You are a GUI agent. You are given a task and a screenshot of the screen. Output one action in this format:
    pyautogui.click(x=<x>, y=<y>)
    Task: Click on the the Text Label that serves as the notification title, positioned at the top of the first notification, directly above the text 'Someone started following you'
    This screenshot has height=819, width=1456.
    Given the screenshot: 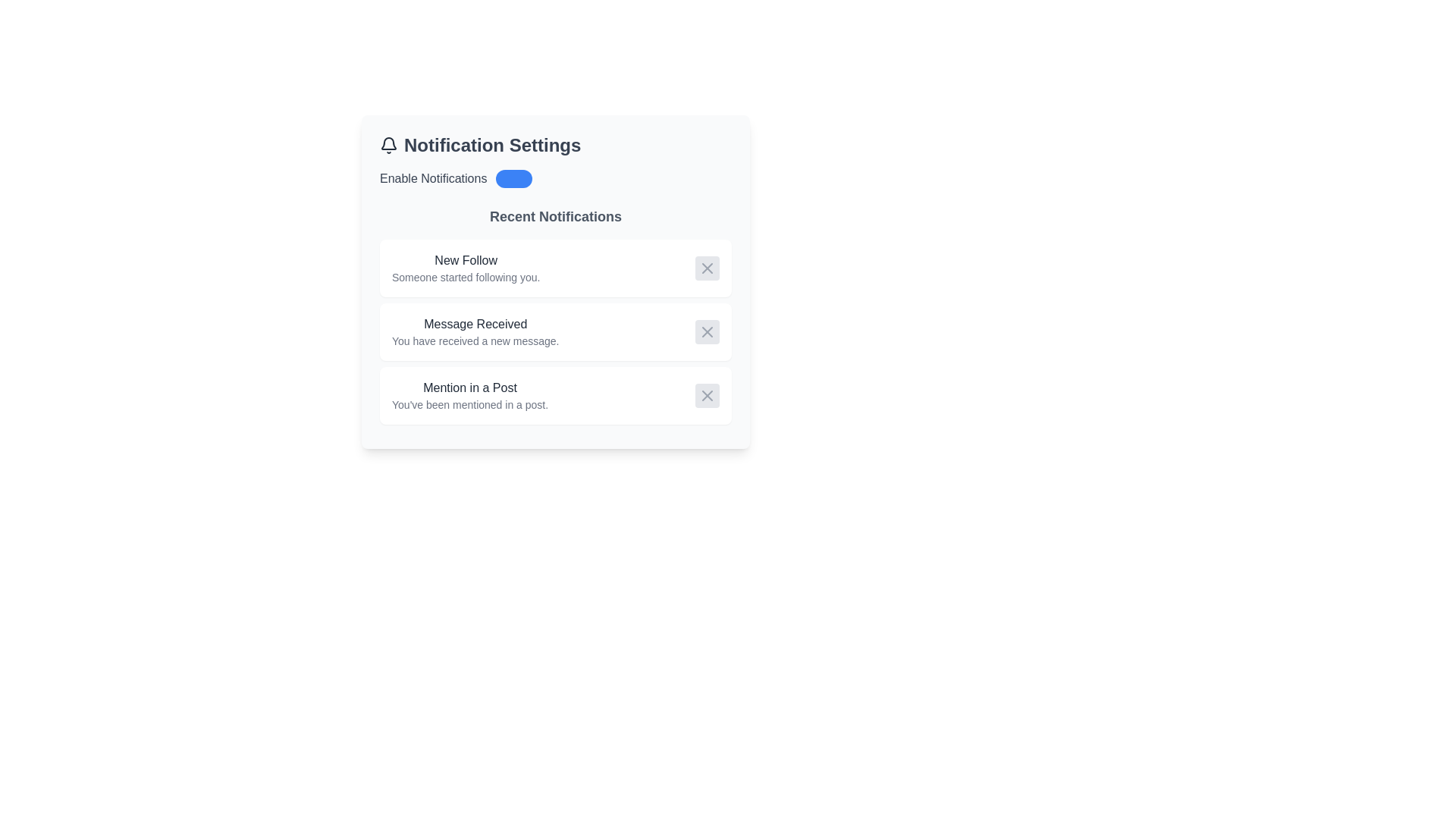 What is the action you would take?
    pyautogui.click(x=465, y=259)
    